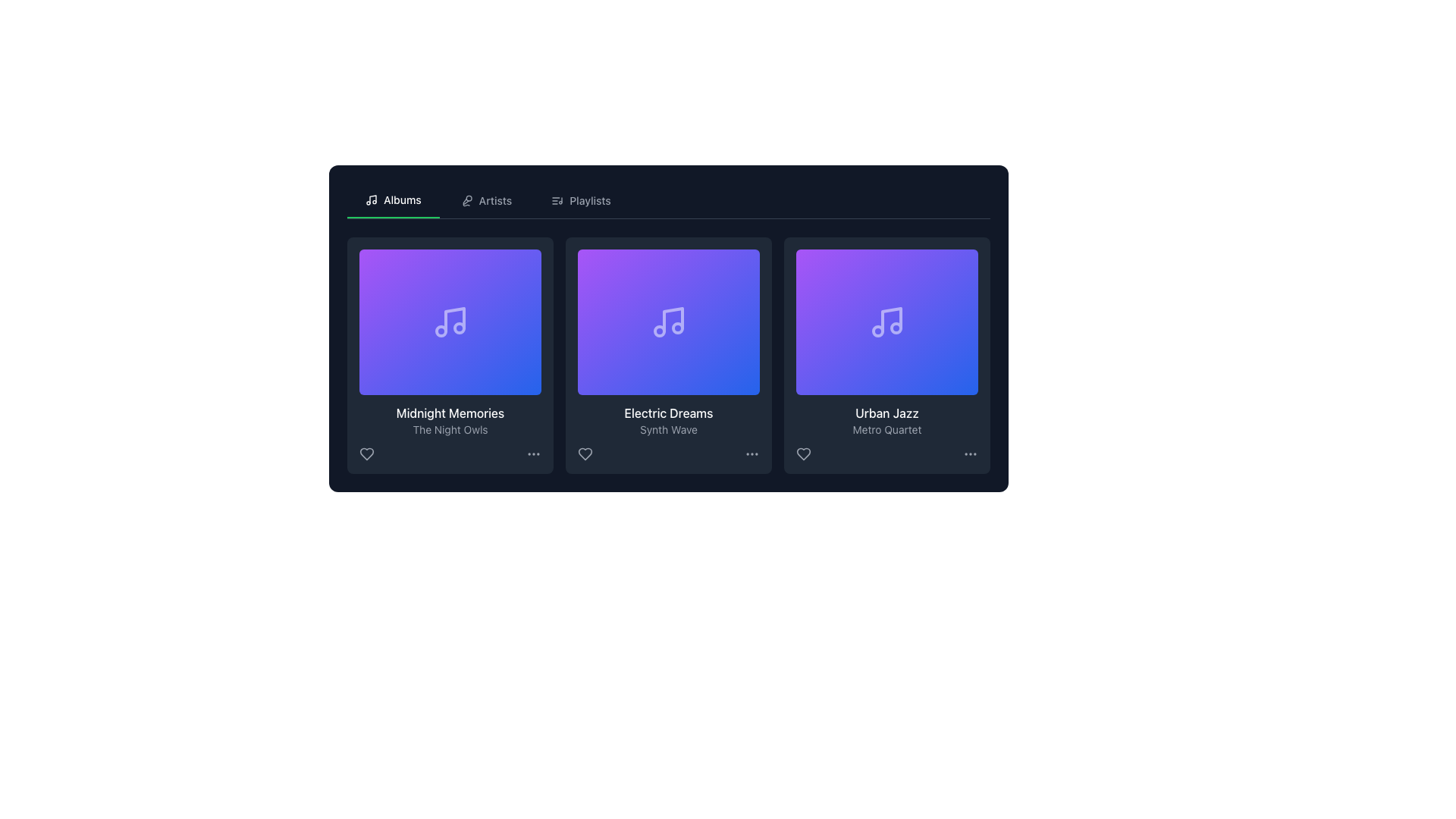 This screenshot has height=819, width=1456. Describe the element at coordinates (367, 453) in the screenshot. I see `the heart icon button located at the bottom-left corner below the caption 'Midnight Memories'` at that location.